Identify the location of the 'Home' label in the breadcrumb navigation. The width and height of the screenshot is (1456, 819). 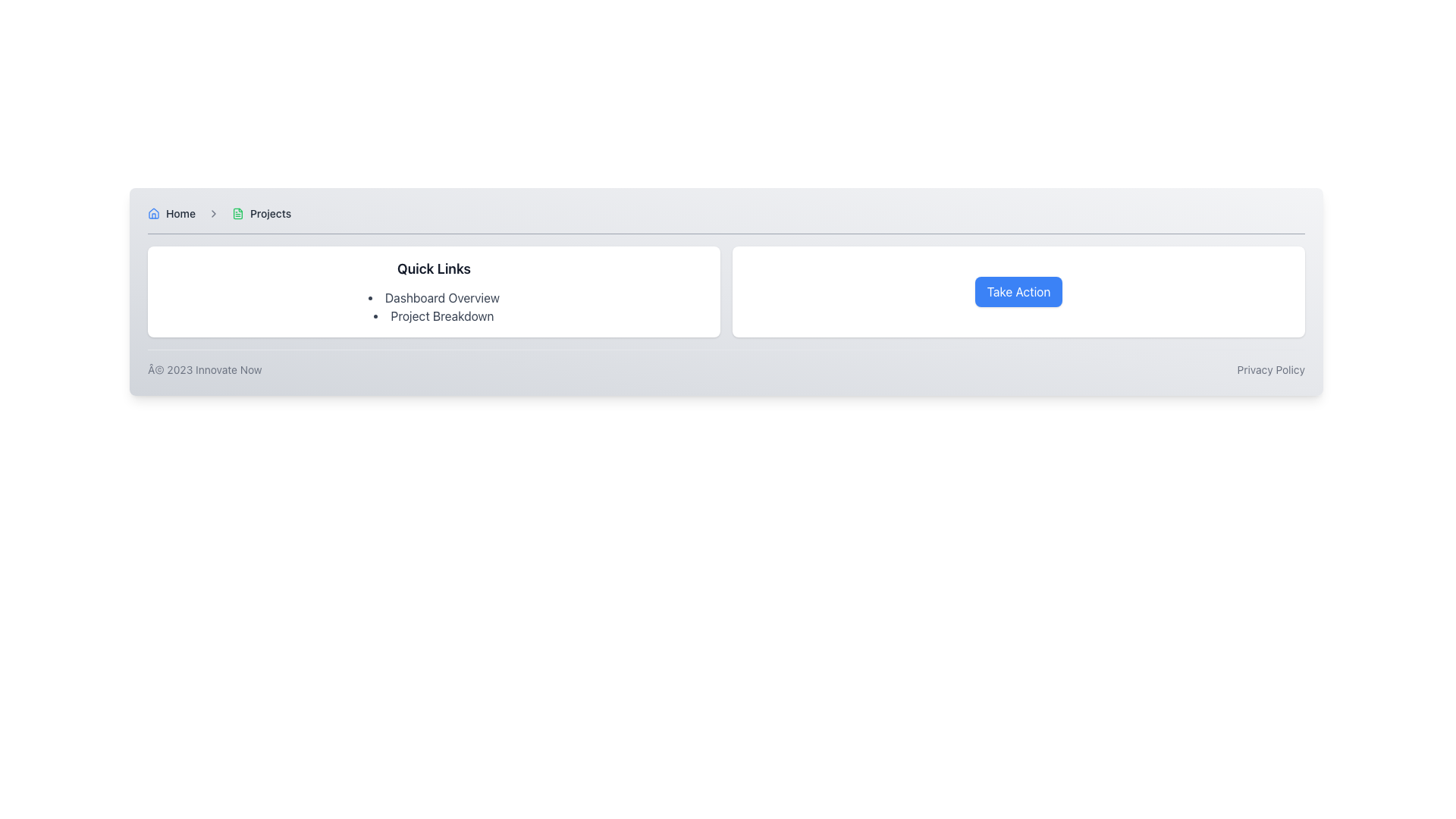
(171, 213).